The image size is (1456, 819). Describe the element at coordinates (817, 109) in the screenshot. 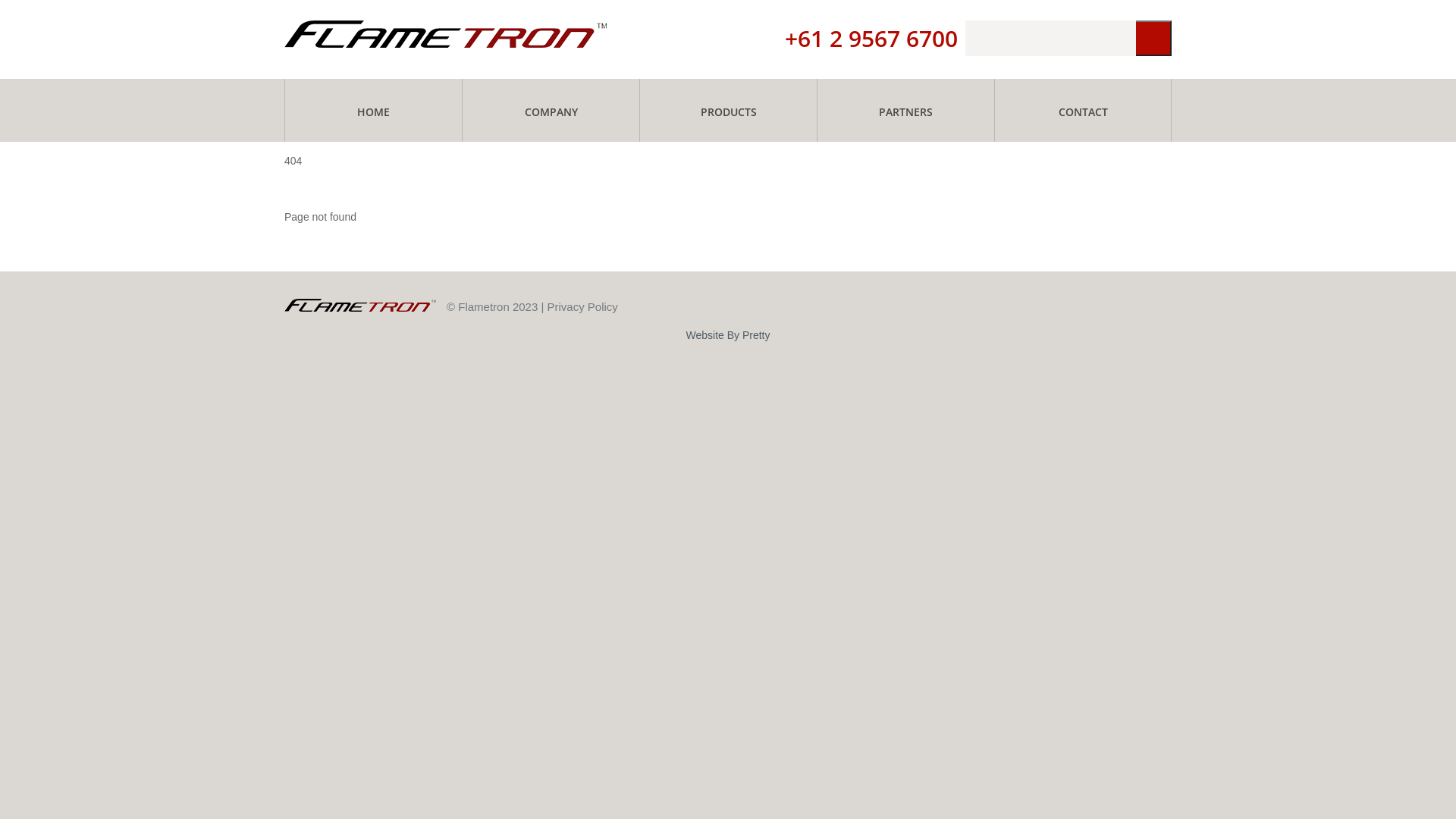

I see `'PARTNERS'` at that location.